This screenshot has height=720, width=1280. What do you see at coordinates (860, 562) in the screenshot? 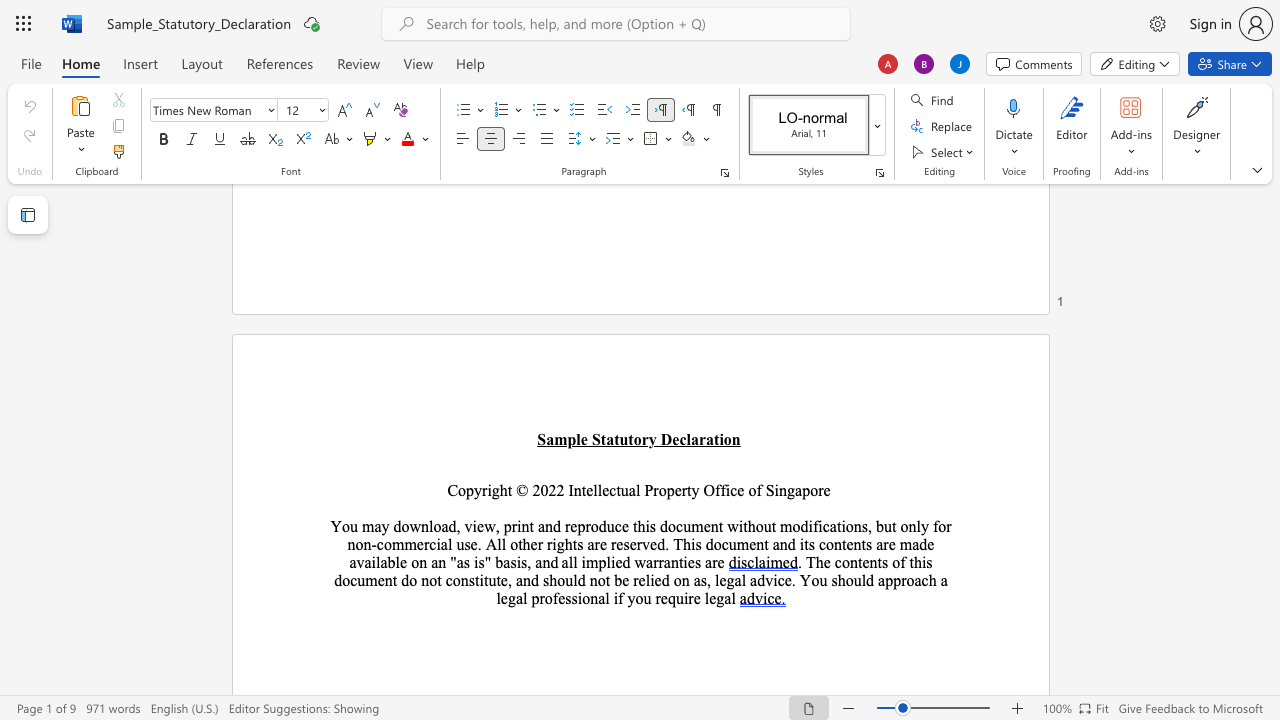
I see `the 1th character "t" in the text` at bounding box center [860, 562].